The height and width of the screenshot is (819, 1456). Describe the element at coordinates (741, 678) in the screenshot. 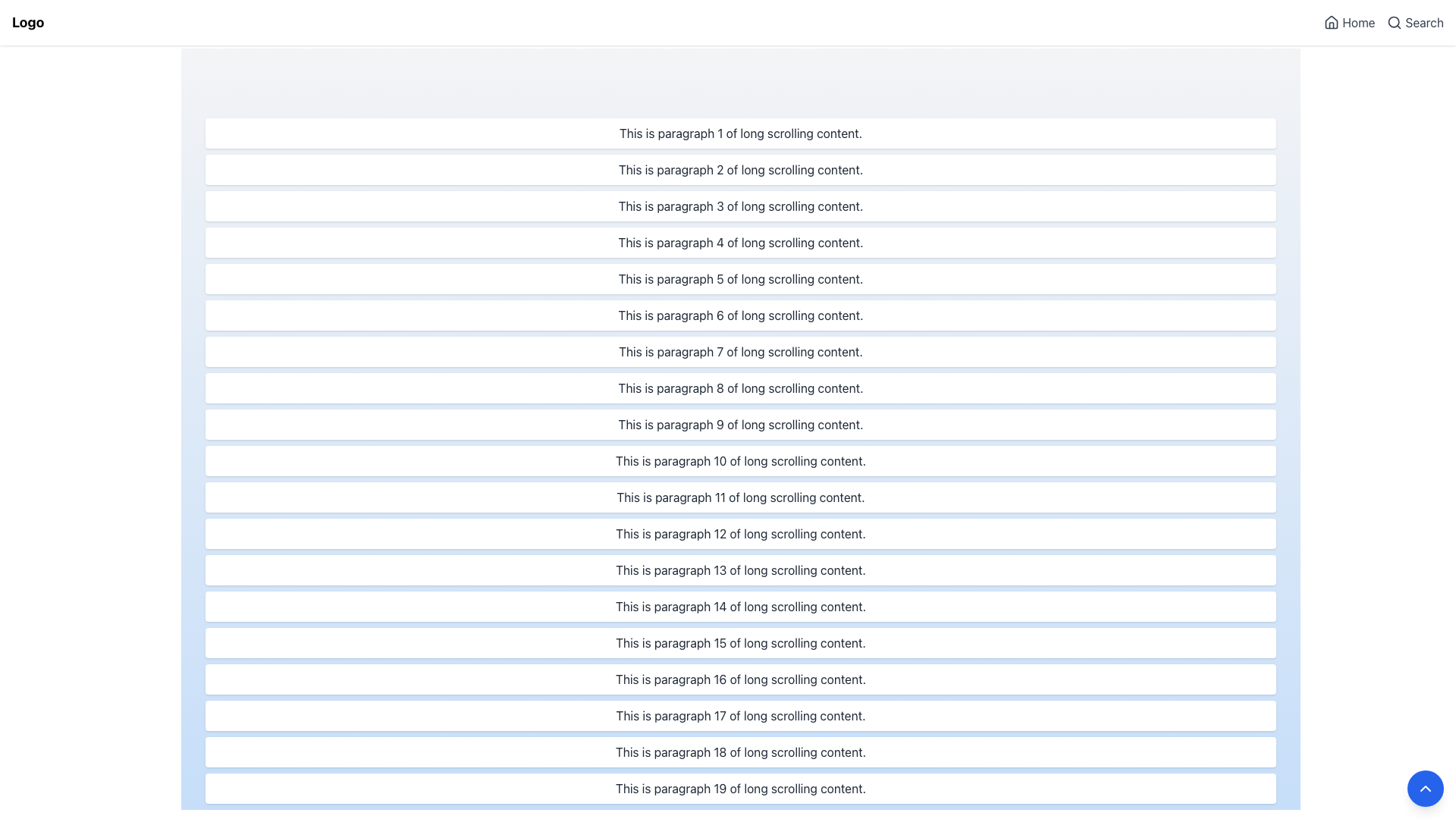

I see `the 16th paragraph in the list of text containers that presents textual information` at that location.